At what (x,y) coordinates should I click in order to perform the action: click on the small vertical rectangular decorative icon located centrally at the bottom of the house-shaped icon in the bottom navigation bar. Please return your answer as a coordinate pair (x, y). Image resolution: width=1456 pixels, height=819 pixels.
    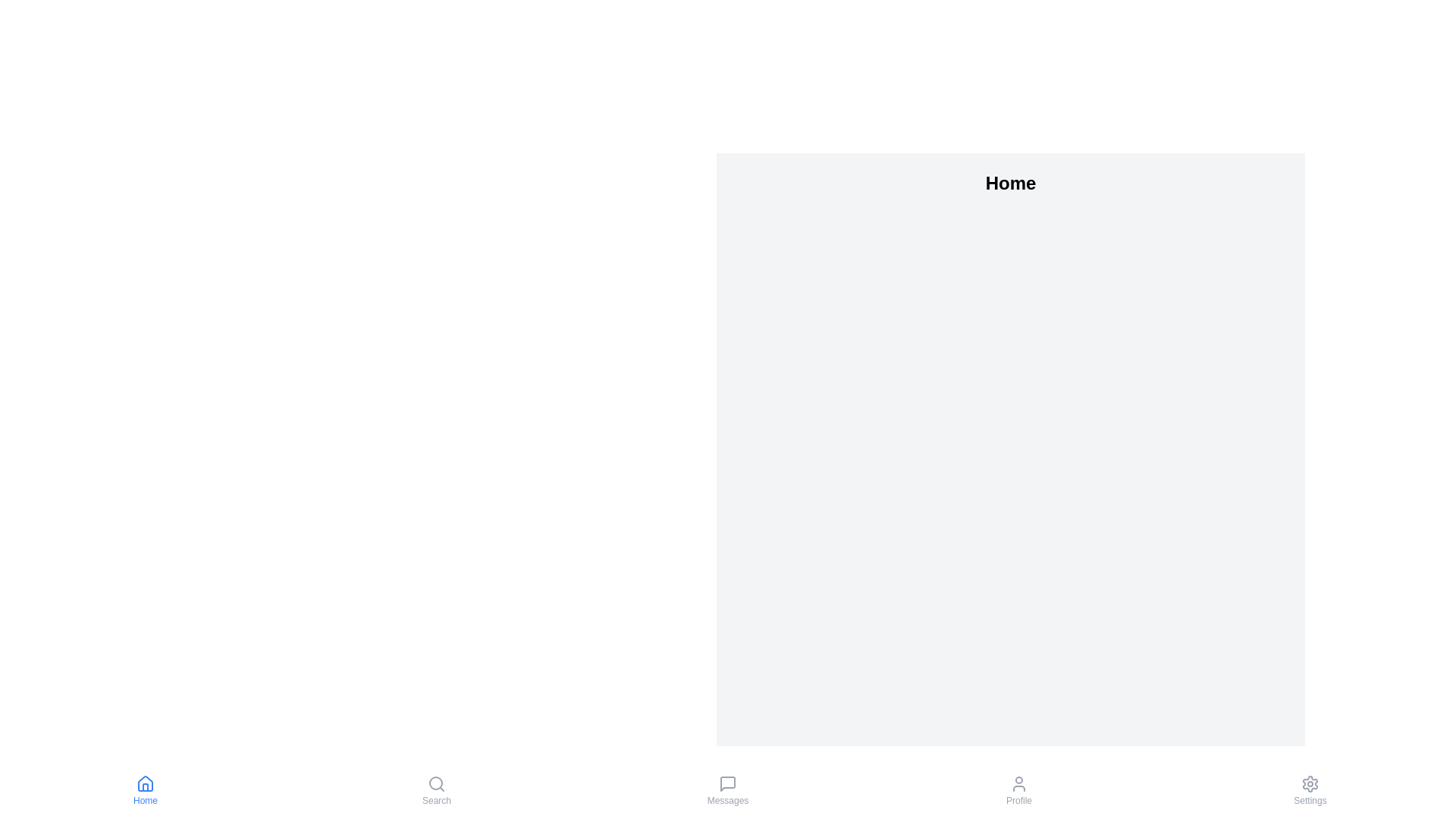
    Looking at the image, I should click on (146, 786).